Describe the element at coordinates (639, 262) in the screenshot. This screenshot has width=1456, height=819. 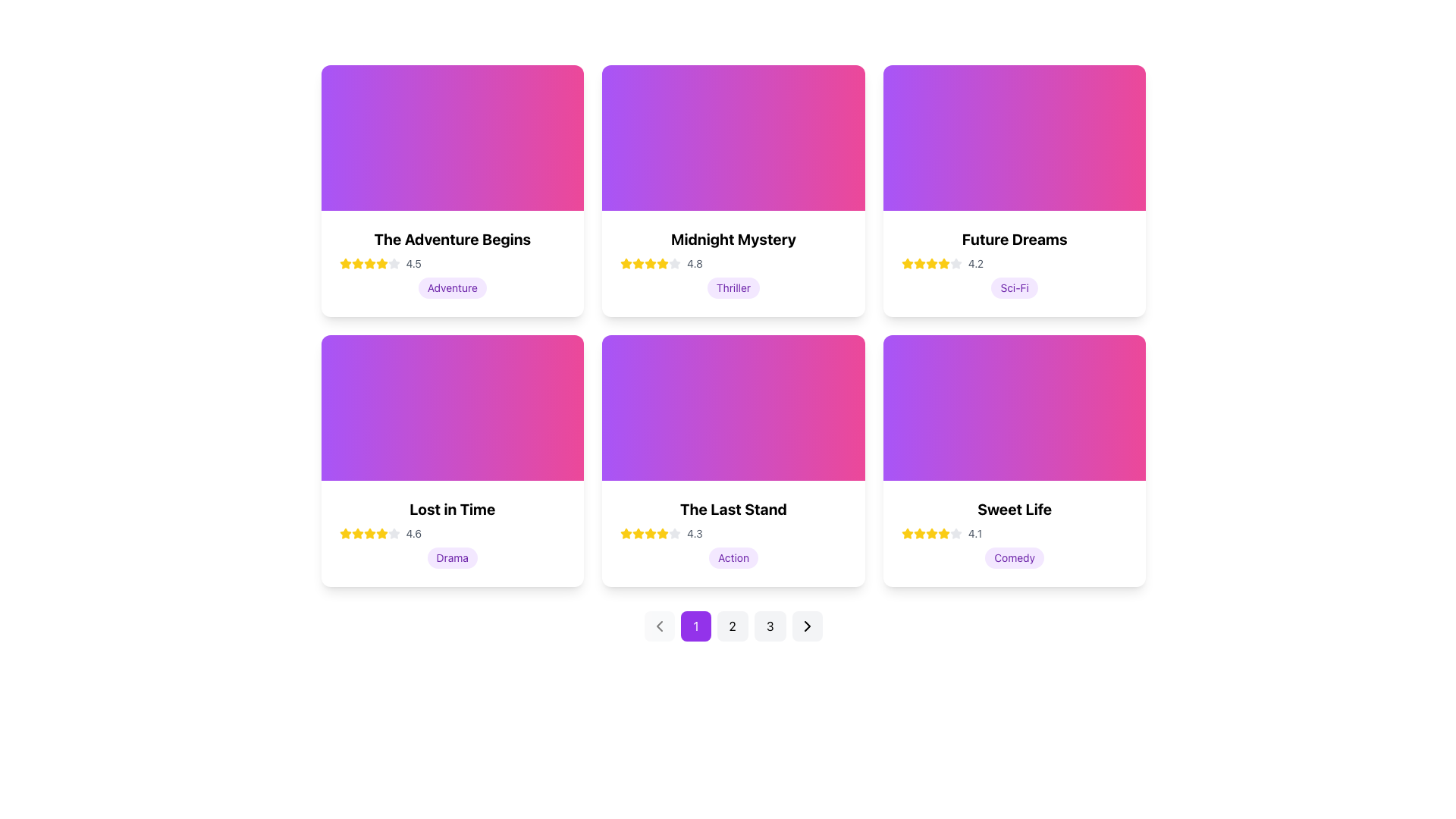
I see `the first star in the five-star rating component of the 'Midnight Mystery' card, which is centrally located above the card title` at that location.